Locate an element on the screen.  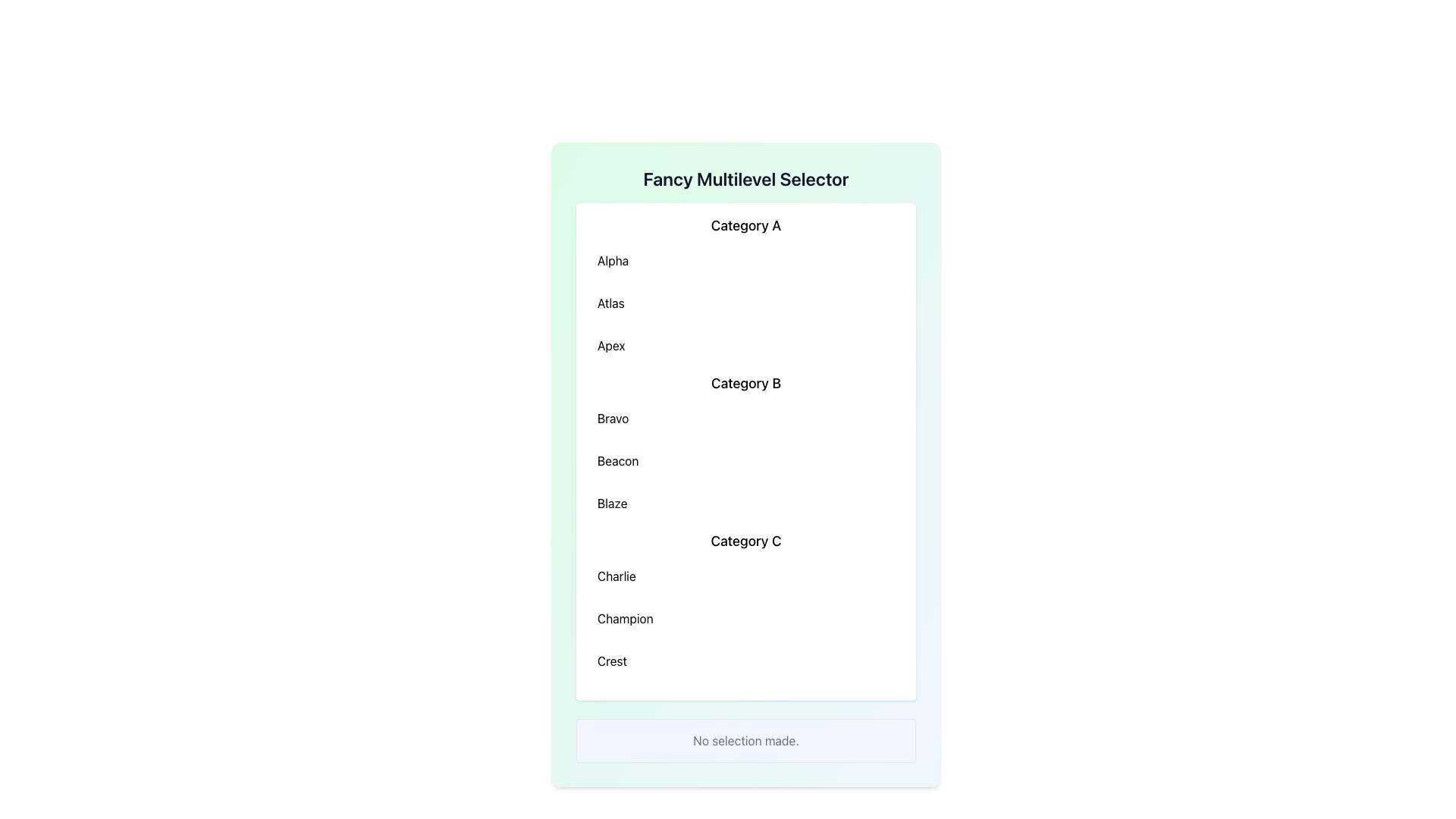
to select the option labeled 'Apex', which is the third item in the list under 'Category A' is located at coordinates (745, 345).